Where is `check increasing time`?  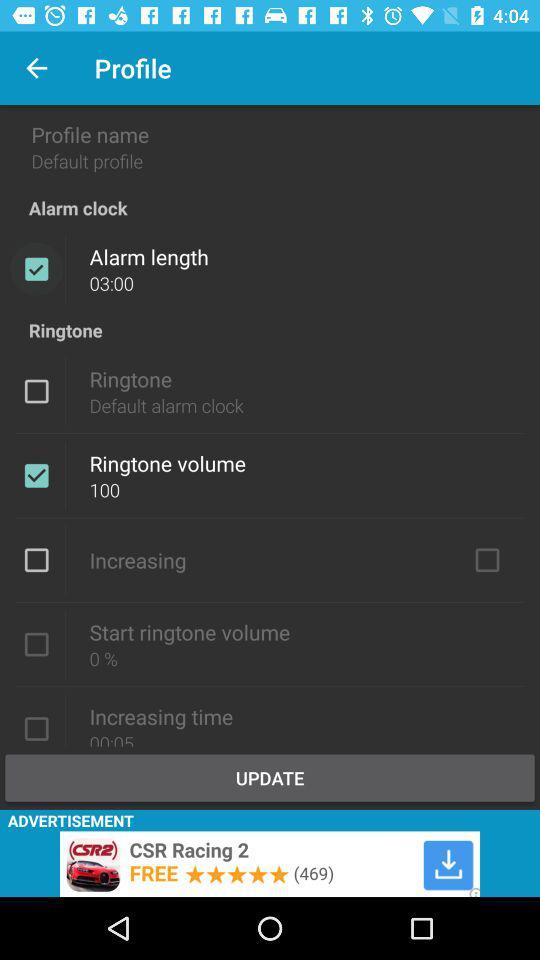
check increasing time is located at coordinates (36, 726).